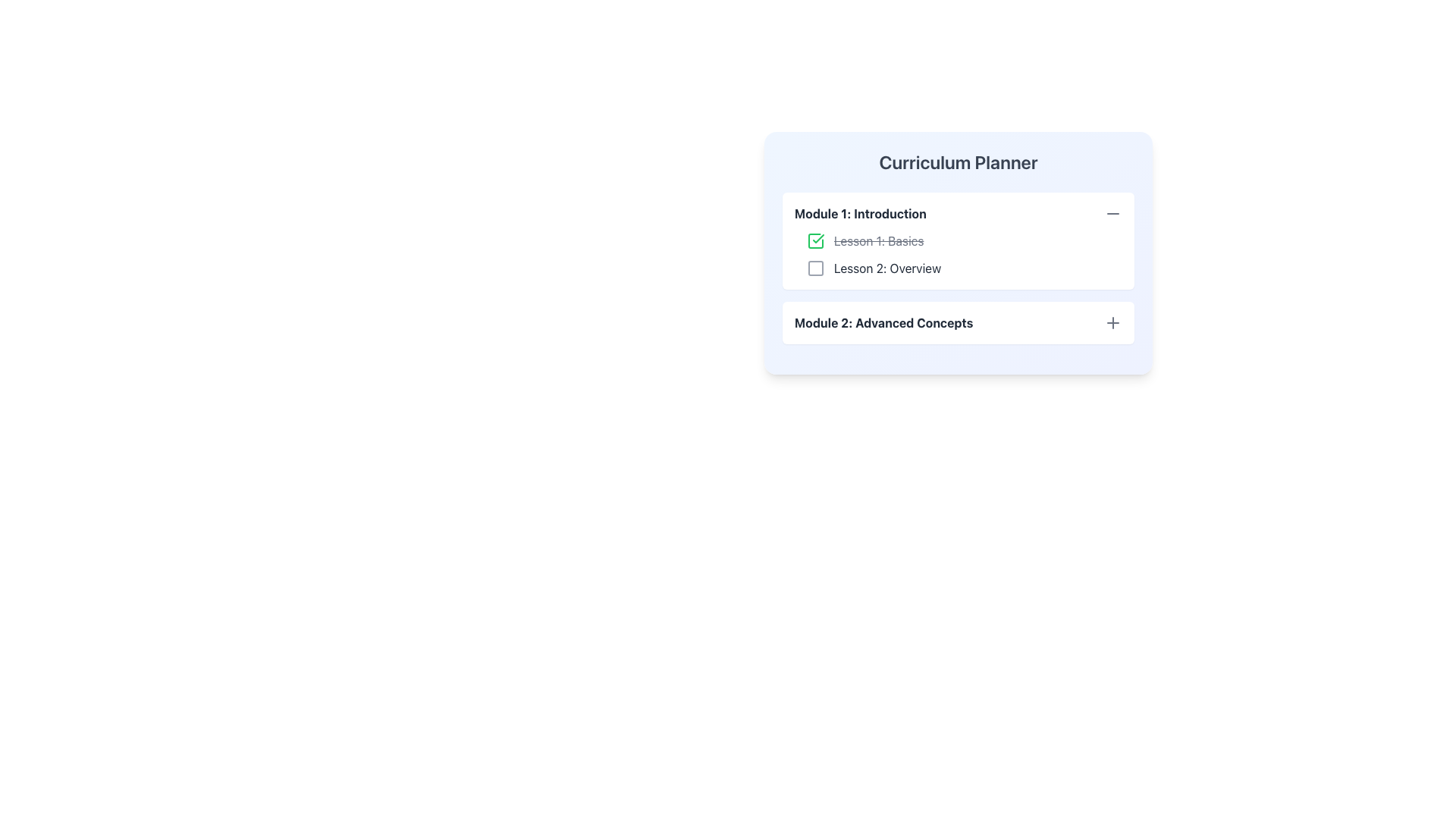 The height and width of the screenshot is (819, 1456). What do you see at coordinates (1113, 213) in the screenshot?
I see `the toggle button located to the far right of the header titled 'Module 1: Introduction'` at bounding box center [1113, 213].